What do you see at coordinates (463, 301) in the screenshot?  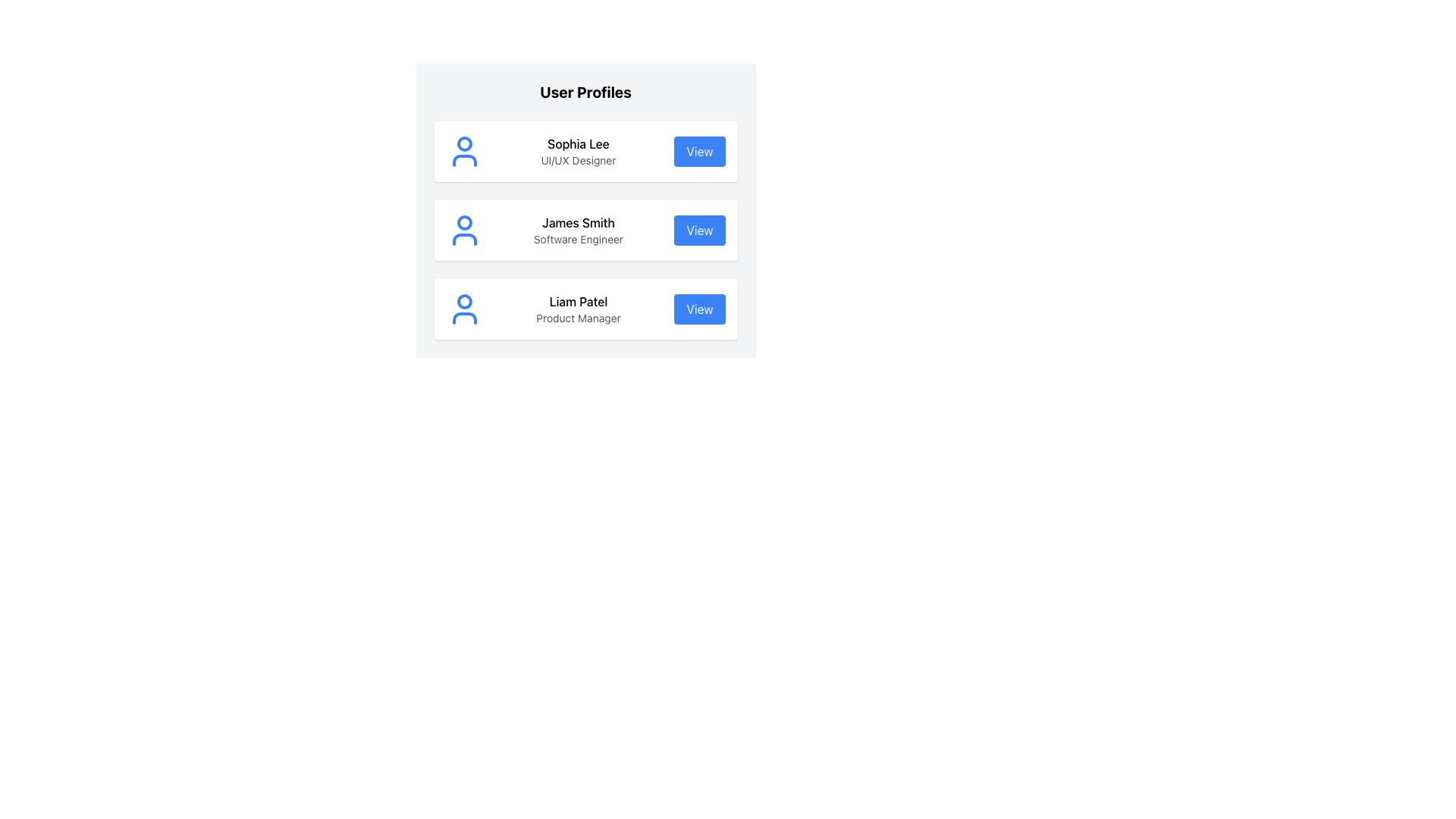 I see `the circular graphic component with a blue outline representing the user profile icon of 'Liam Patel'` at bounding box center [463, 301].